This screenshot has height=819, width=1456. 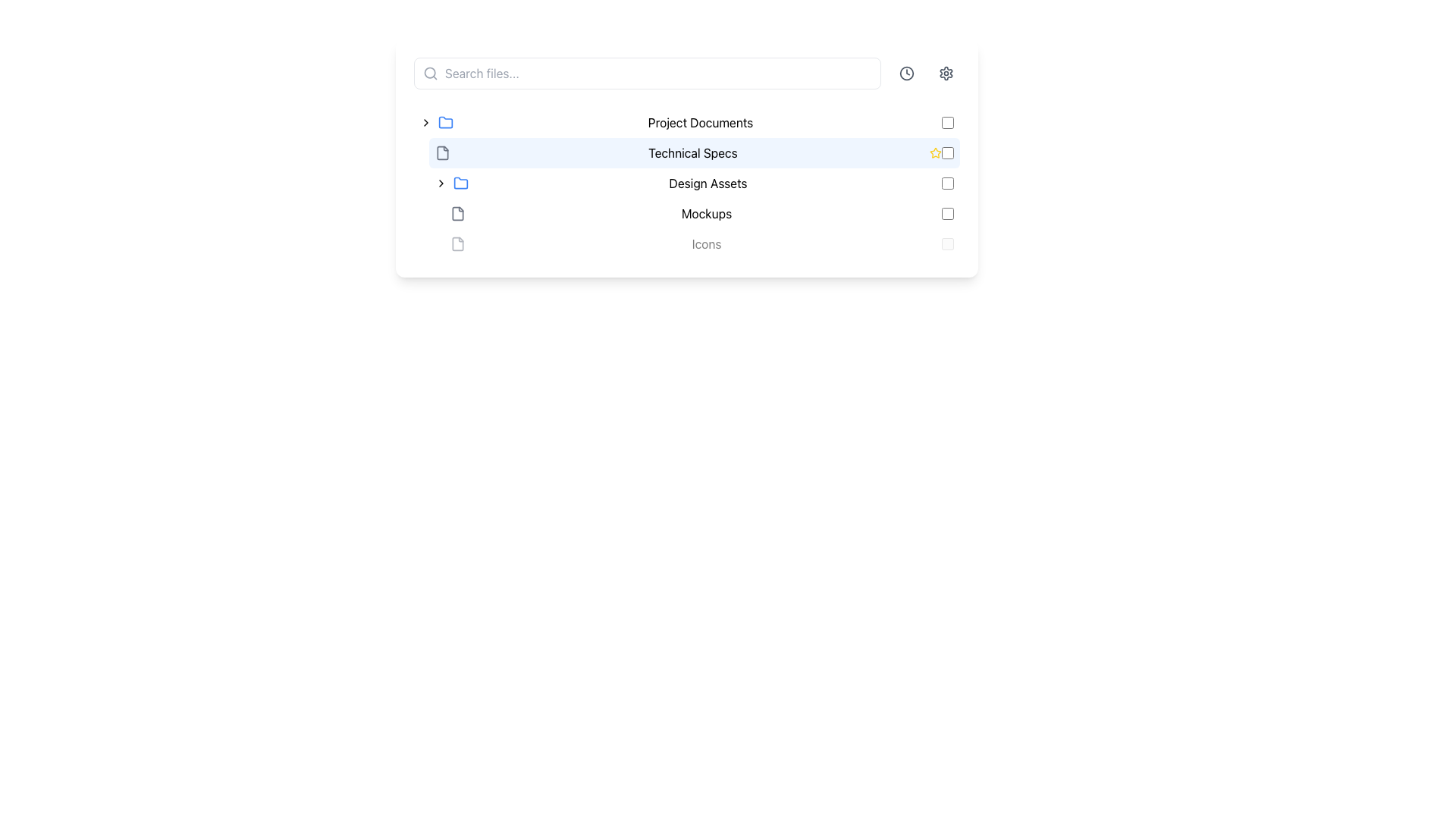 I want to click on the 'Technical Specs' text label in the navigation system, so click(x=692, y=152).